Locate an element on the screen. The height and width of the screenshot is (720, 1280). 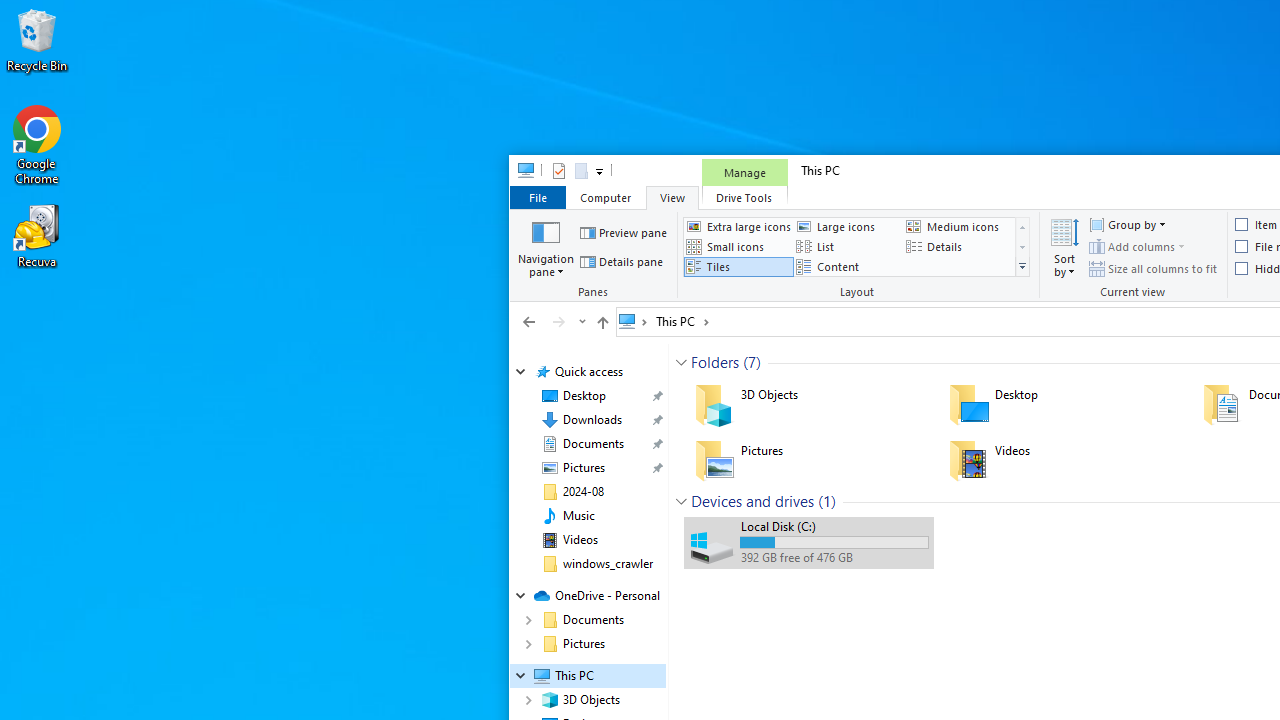
'Customize Quick Access Toolbar' is located at coordinates (598, 170).